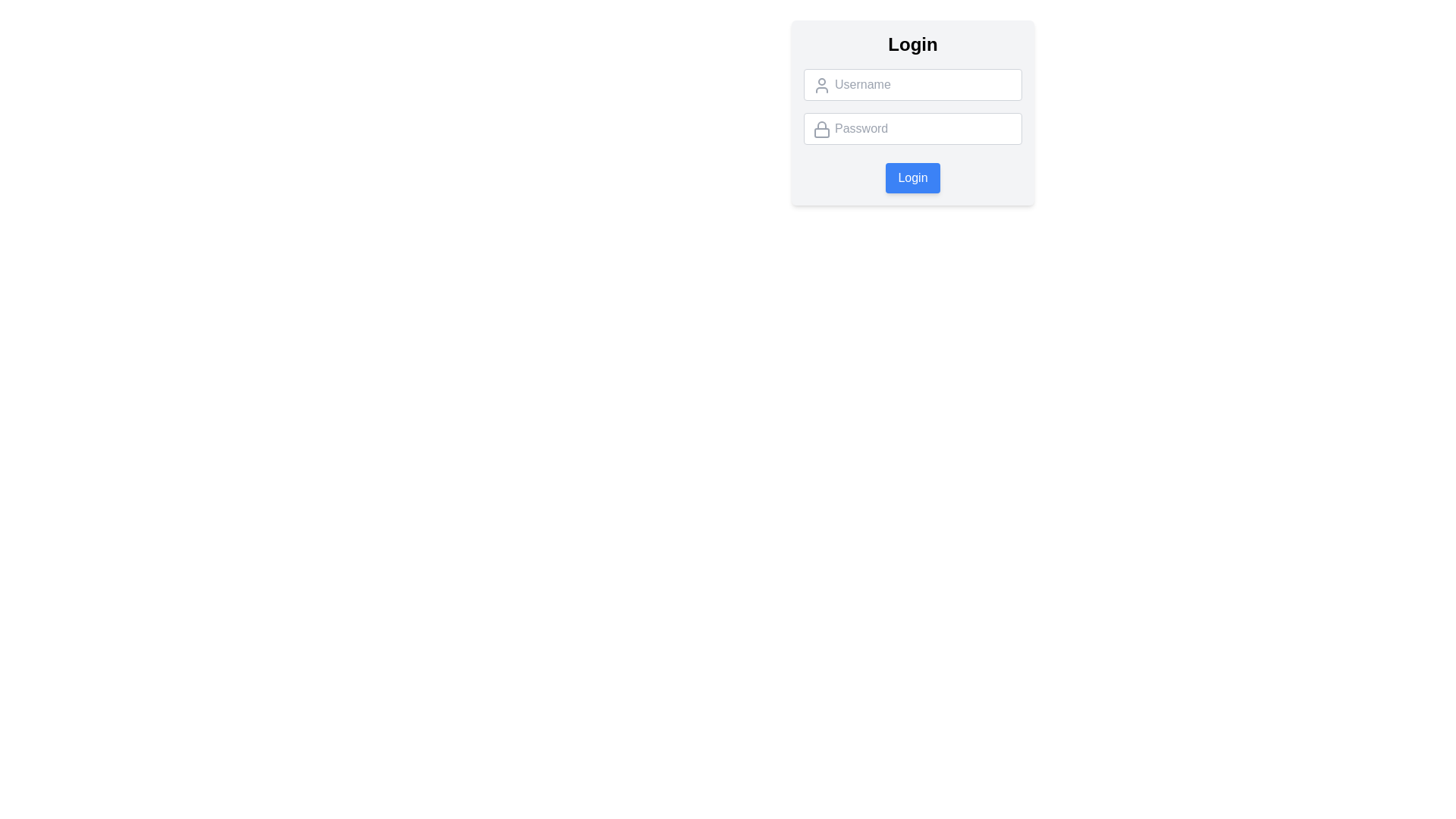 This screenshot has height=819, width=1456. Describe the element at coordinates (821, 128) in the screenshot. I see `the padlock icon located to the left inside the password input field, which is styled in gray and has a thin outlined design, adjacent to the 'Password' placeholder text` at that location.